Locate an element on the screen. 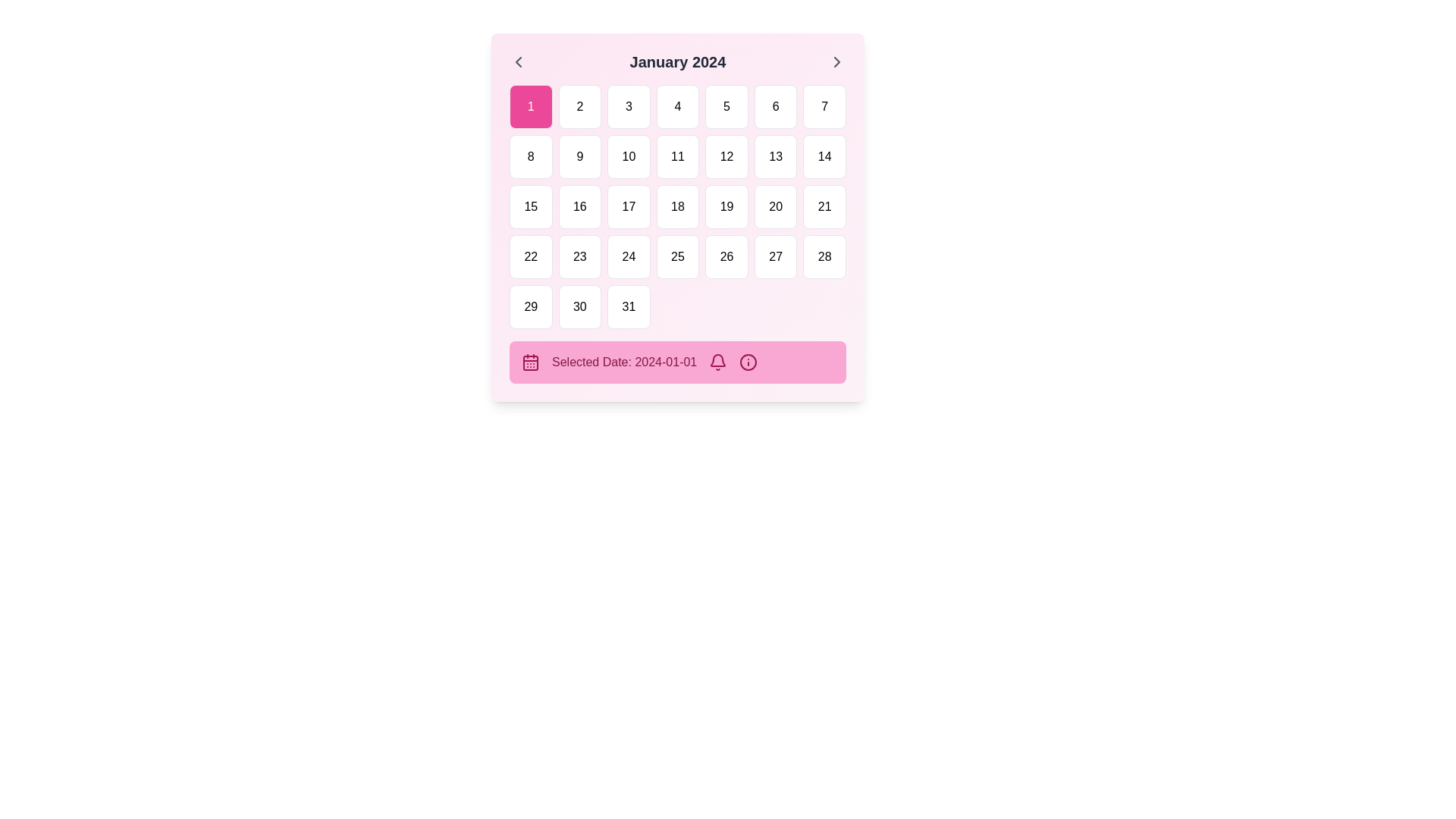  the square button with a white background and black text '16' is located at coordinates (579, 207).